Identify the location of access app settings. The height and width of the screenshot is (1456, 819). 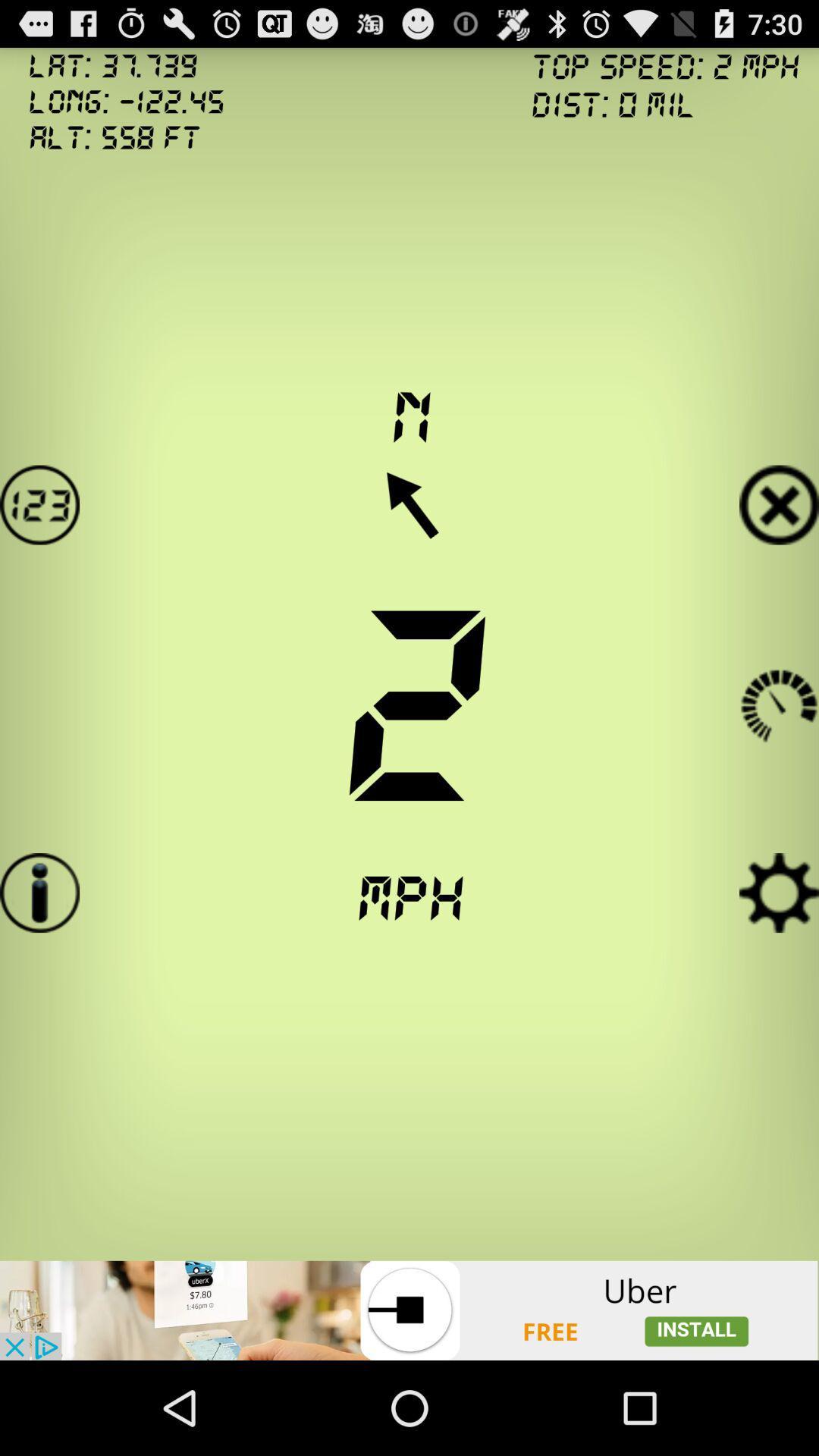
(779, 893).